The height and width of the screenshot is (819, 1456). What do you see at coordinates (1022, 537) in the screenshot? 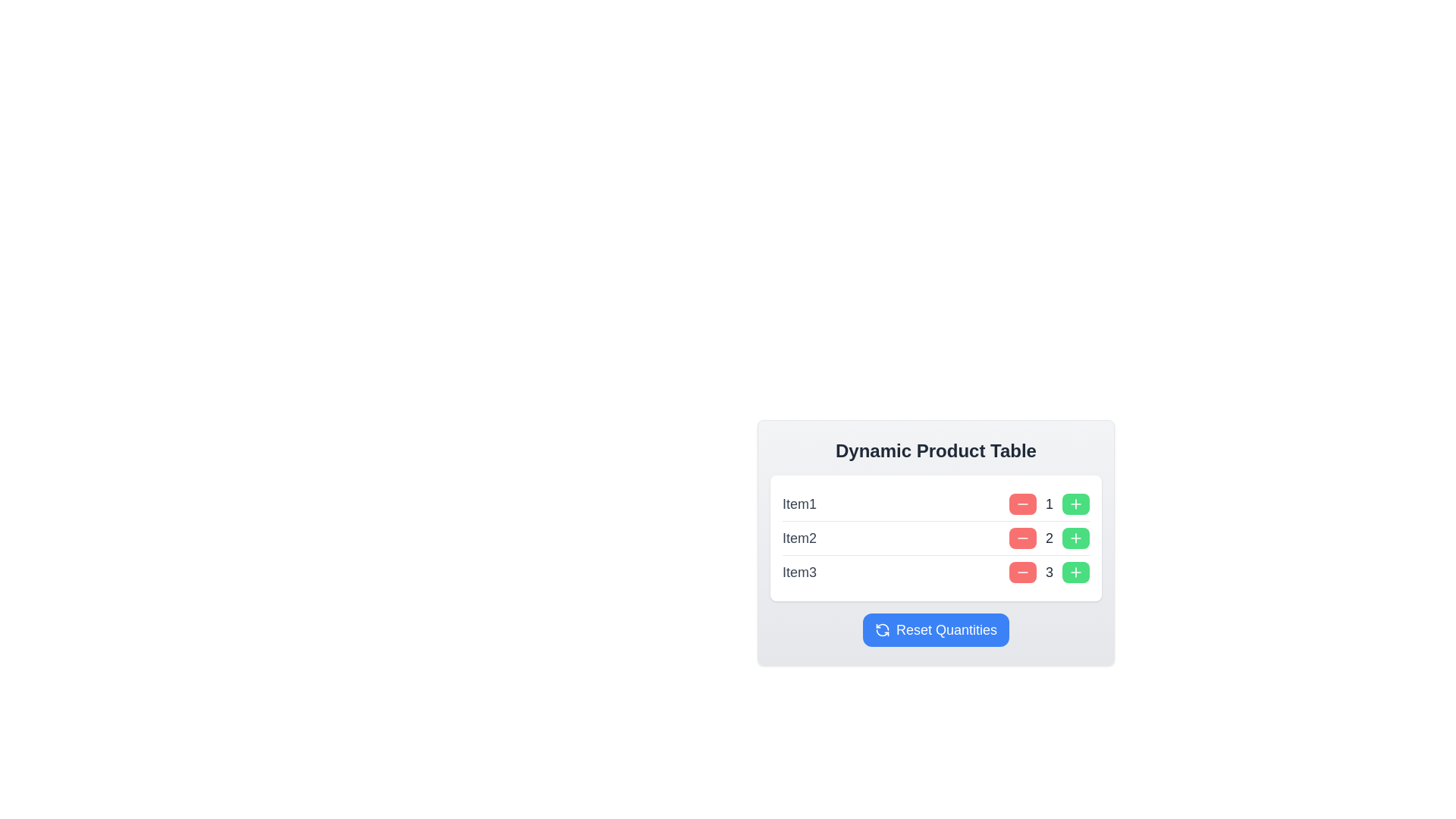
I see `the compact circular minus button with a red background to decrease the quantity of 'Item2' in the Dynamic Product Table` at bounding box center [1022, 537].